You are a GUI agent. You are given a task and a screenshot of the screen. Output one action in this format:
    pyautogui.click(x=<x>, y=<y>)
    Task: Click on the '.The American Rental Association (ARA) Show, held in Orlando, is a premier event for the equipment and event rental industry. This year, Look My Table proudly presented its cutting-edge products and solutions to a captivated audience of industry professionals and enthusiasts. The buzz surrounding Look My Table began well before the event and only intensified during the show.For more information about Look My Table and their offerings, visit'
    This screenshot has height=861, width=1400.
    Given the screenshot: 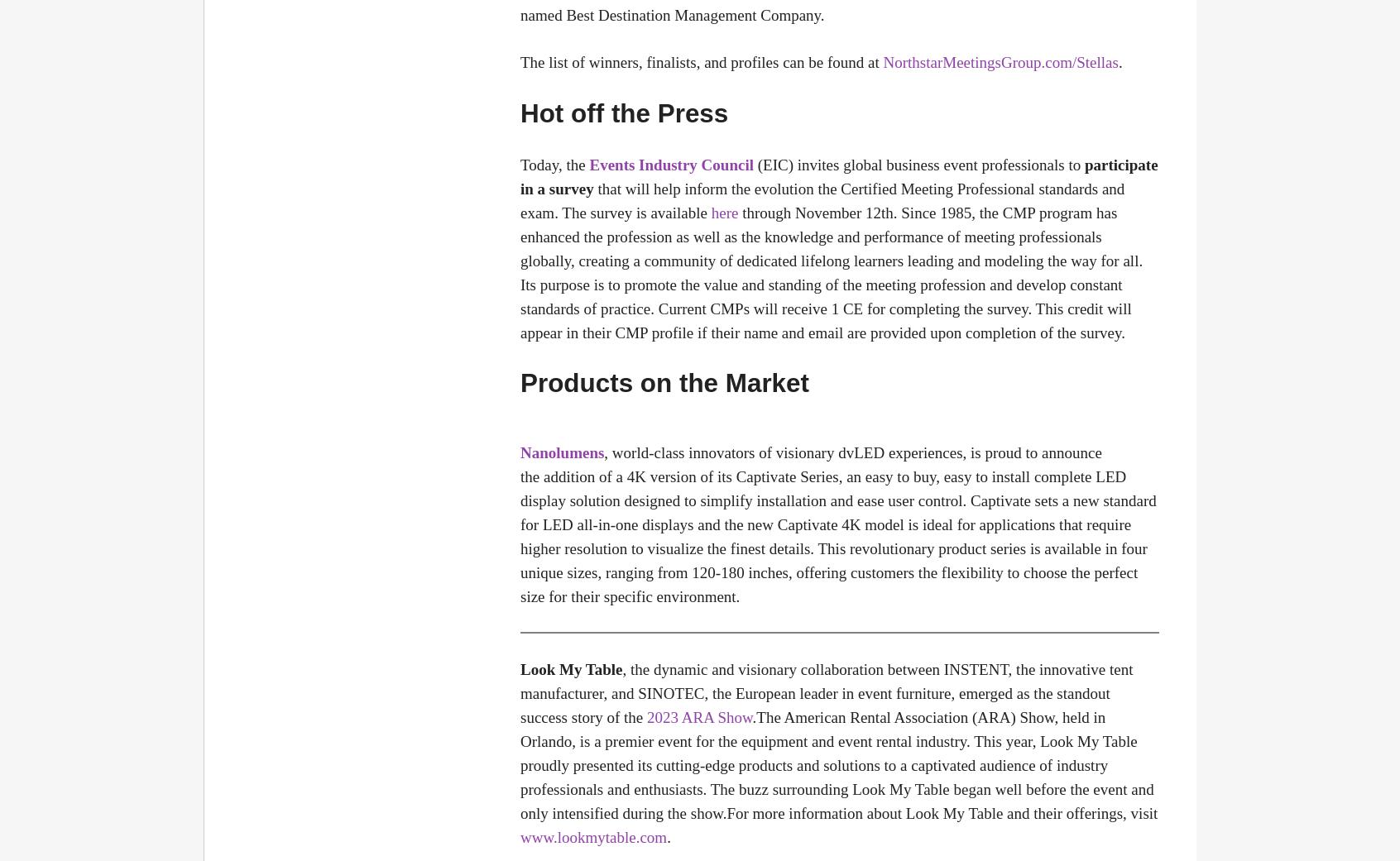 What is the action you would take?
    pyautogui.click(x=838, y=763)
    